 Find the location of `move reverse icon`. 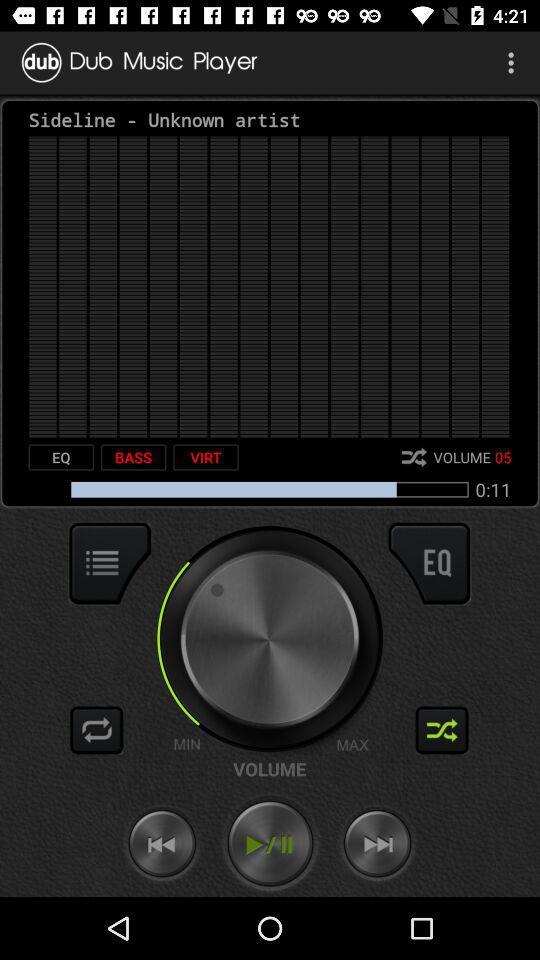

move reverse icon is located at coordinates (161, 843).